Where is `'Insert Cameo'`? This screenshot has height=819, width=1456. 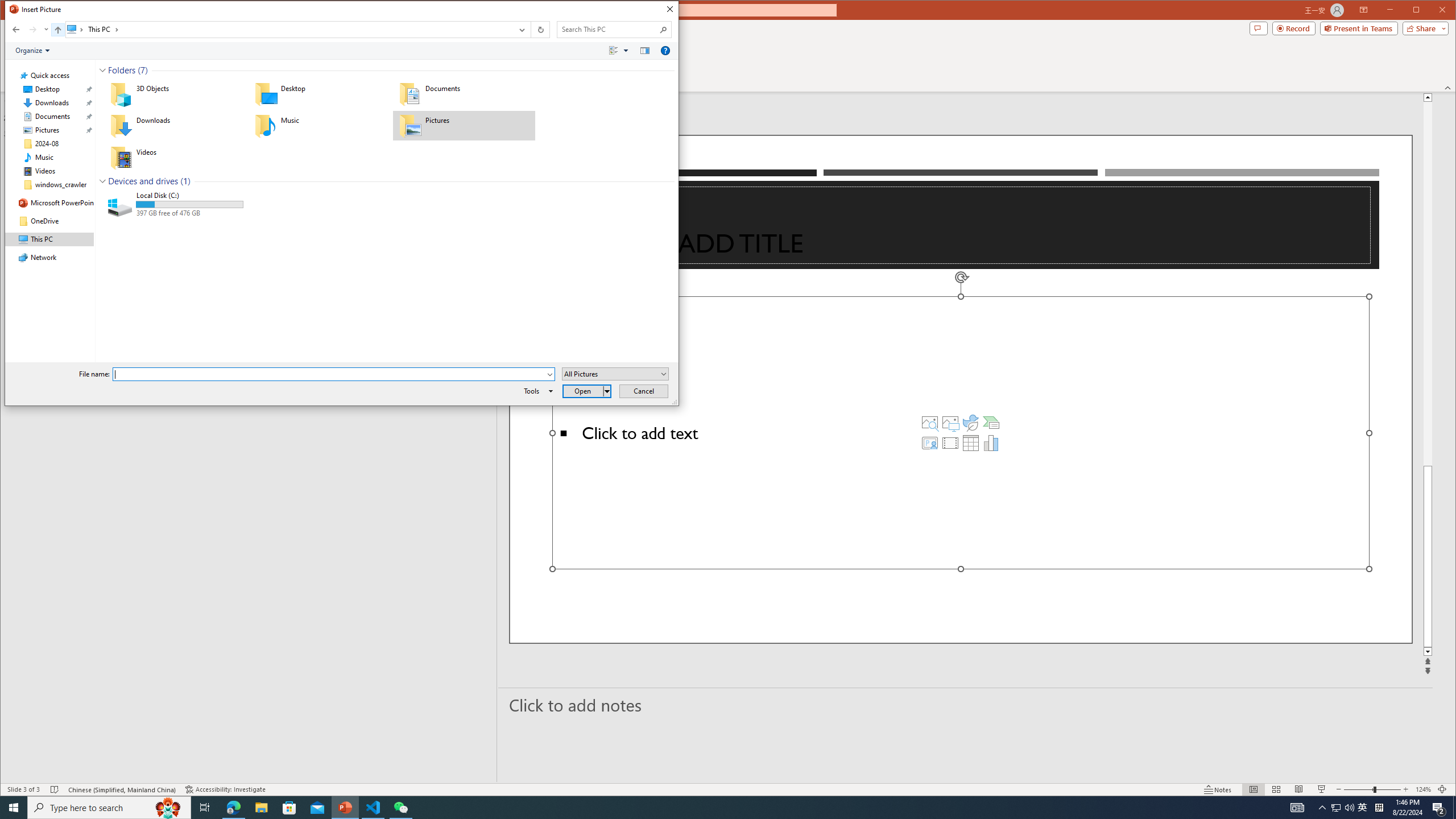
'Insert Cameo' is located at coordinates (929, 442).